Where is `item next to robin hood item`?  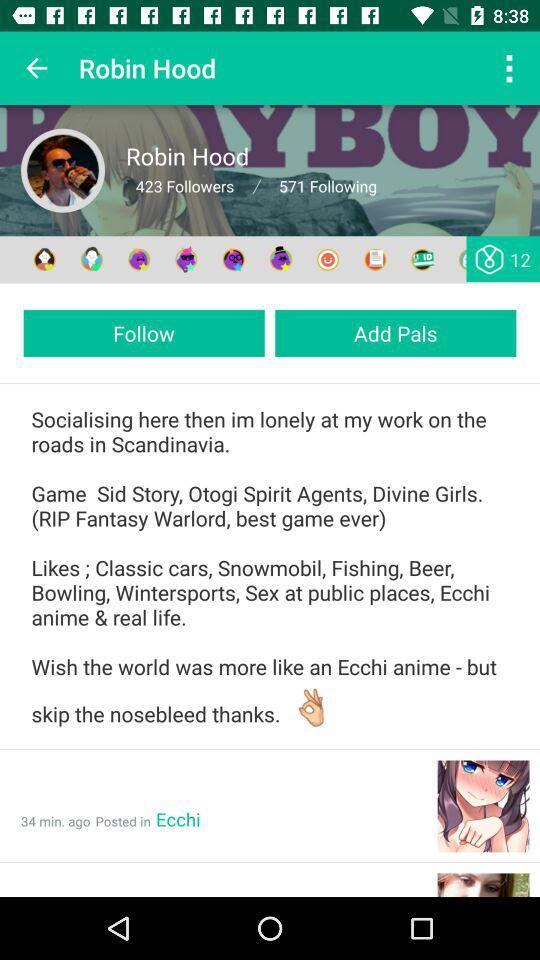
item next to robin hood item is located at coordinates (508, 68).